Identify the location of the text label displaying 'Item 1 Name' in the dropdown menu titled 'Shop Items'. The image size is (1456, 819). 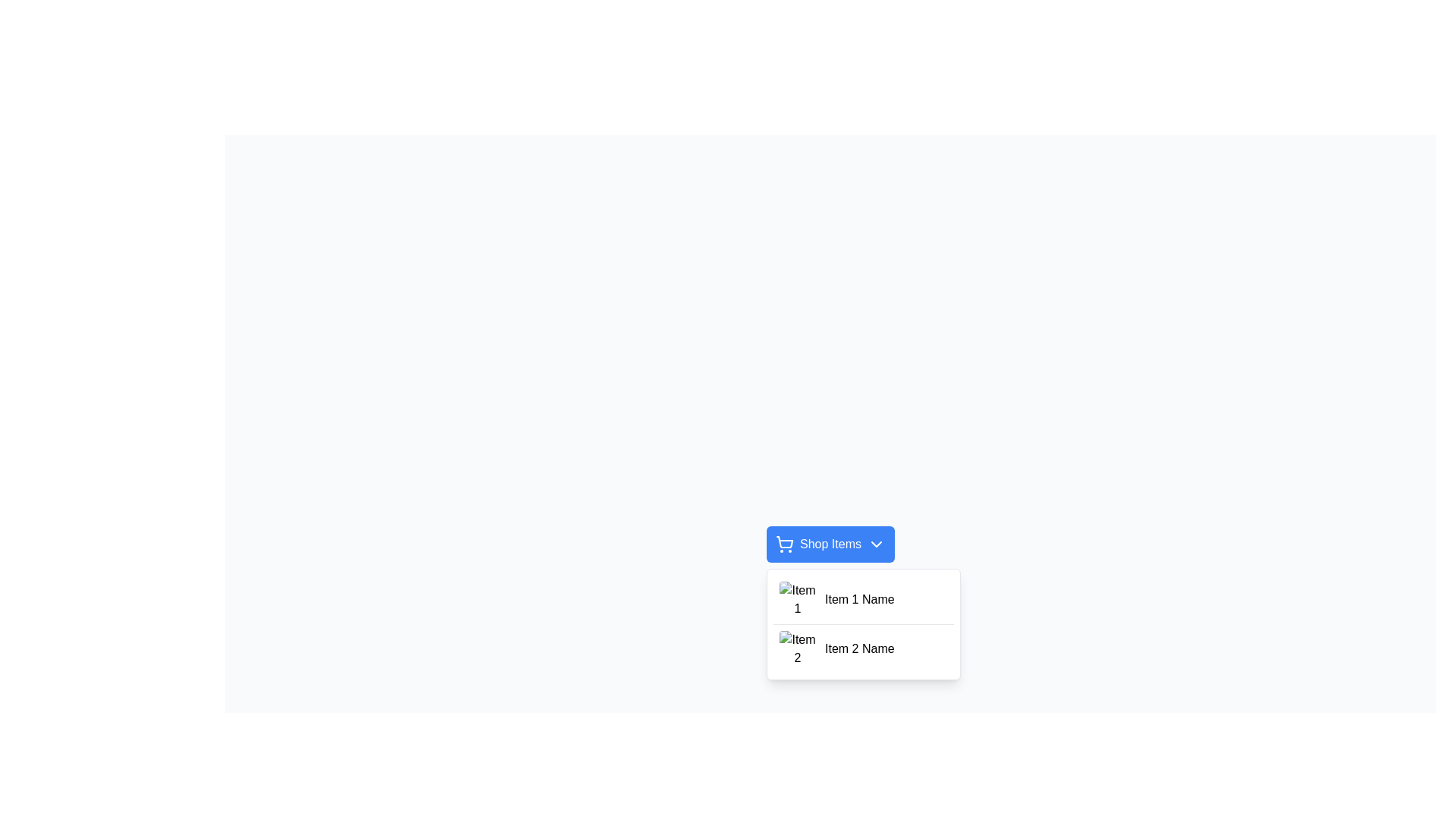
(859, 598).